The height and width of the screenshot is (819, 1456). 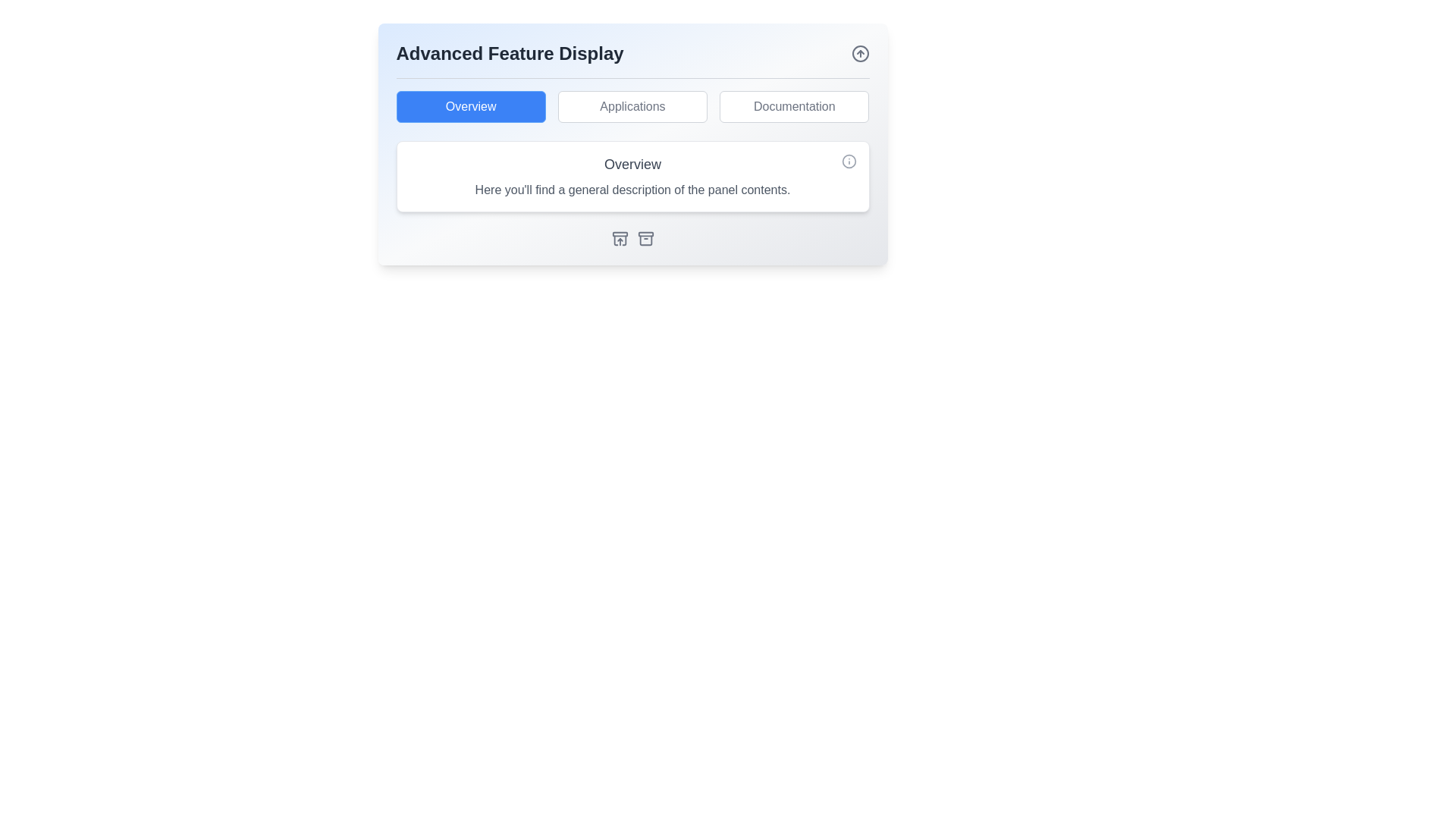 What do you see at coordinates (470, 106) in the screenshot?
I see `the 'Overview' button located at the top-left corner of the horizontal grid of buttons` at bounding box center [470, 106].